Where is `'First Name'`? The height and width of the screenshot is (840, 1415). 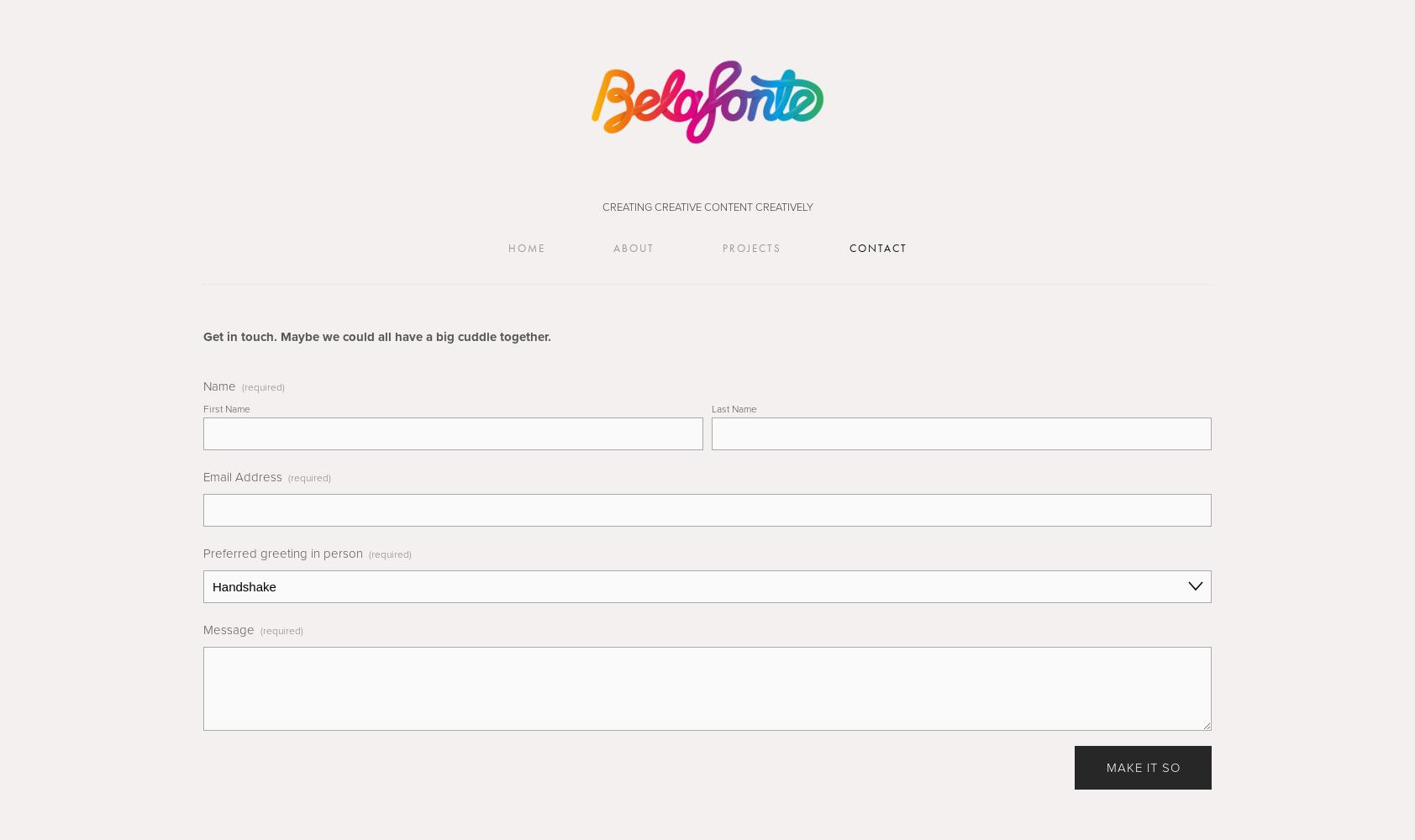
'First Name' is located at coordinates (203, 407).